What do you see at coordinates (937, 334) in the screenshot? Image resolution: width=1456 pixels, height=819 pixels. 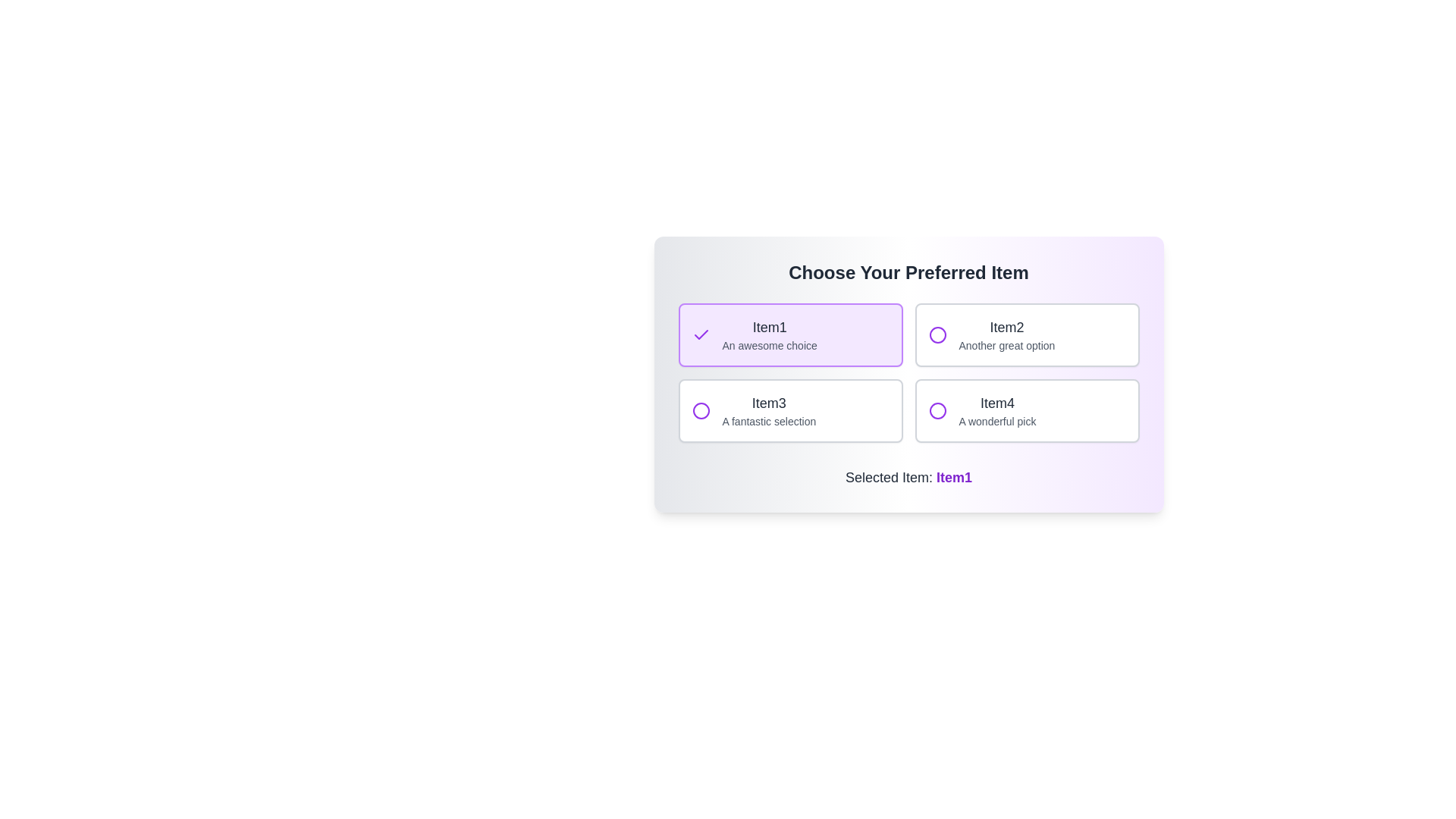 I see `the circular icon that serves as a visual indicator for the option labeled 'Item2: Another great option', located in the upper section of the interface` at bounding box center [937, 334].